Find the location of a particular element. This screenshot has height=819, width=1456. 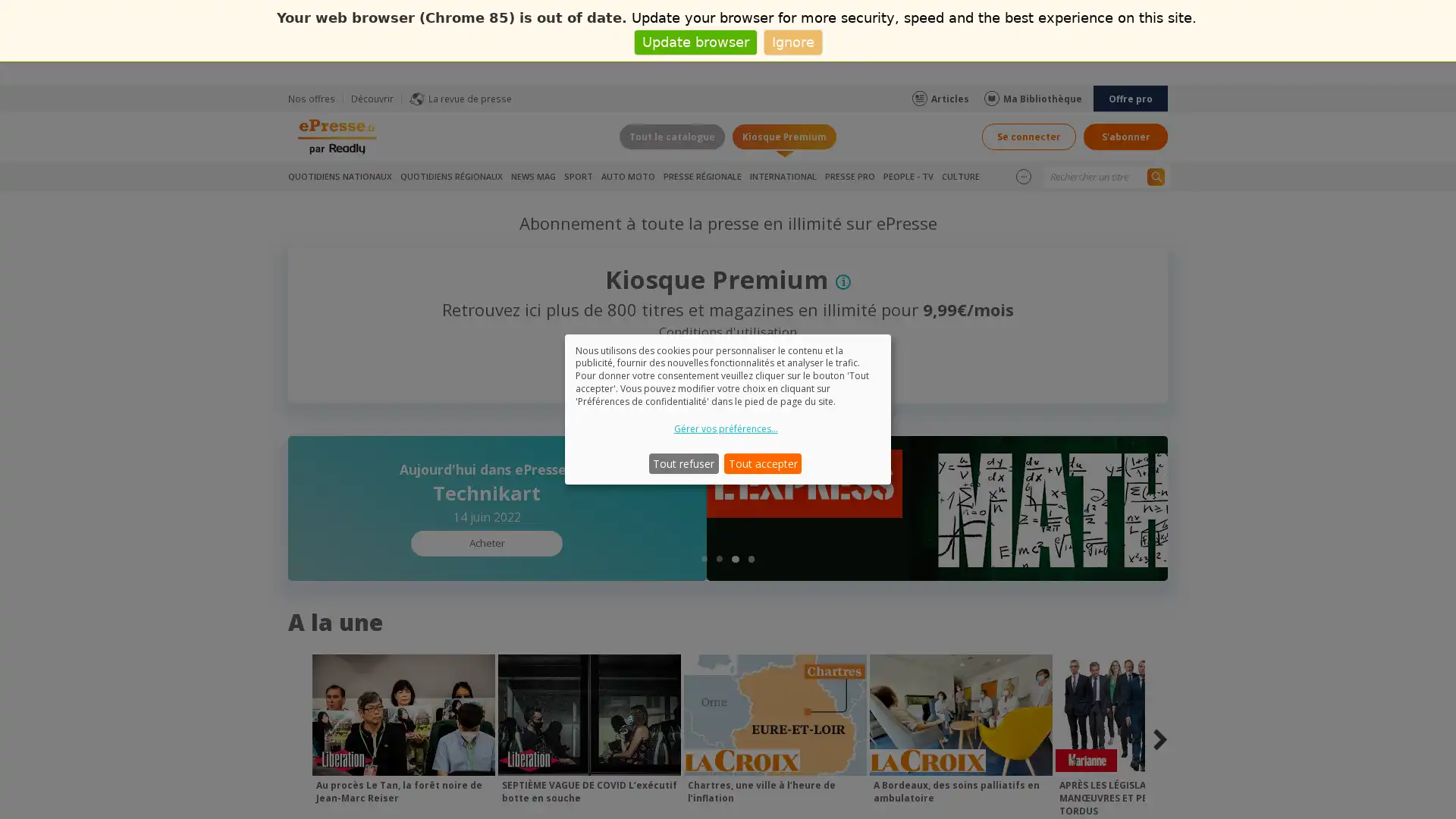

Gerer vos preferences... is located at coordinates (724, 428).